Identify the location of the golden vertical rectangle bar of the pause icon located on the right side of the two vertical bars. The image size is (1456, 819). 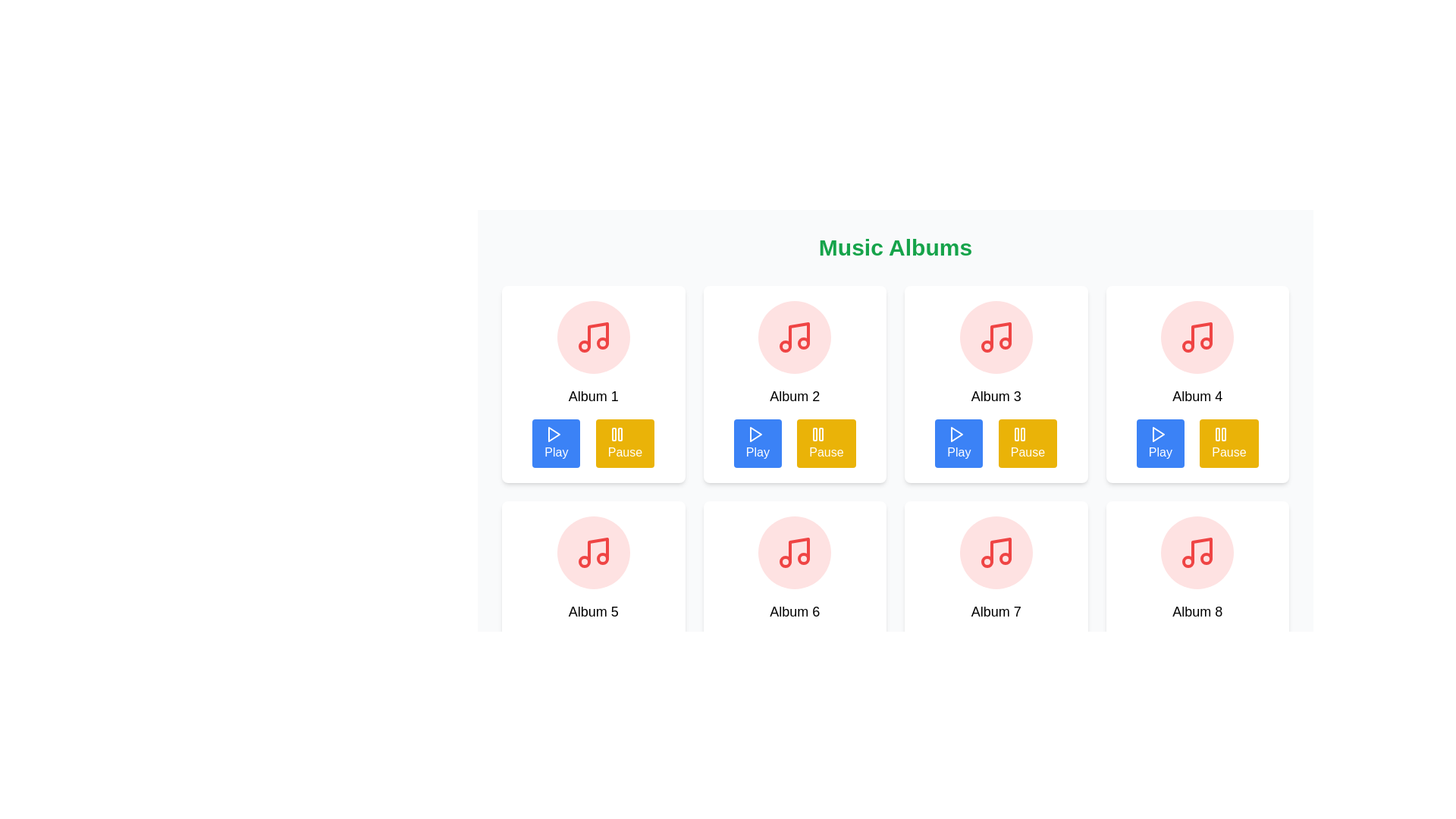
(1022, 435).